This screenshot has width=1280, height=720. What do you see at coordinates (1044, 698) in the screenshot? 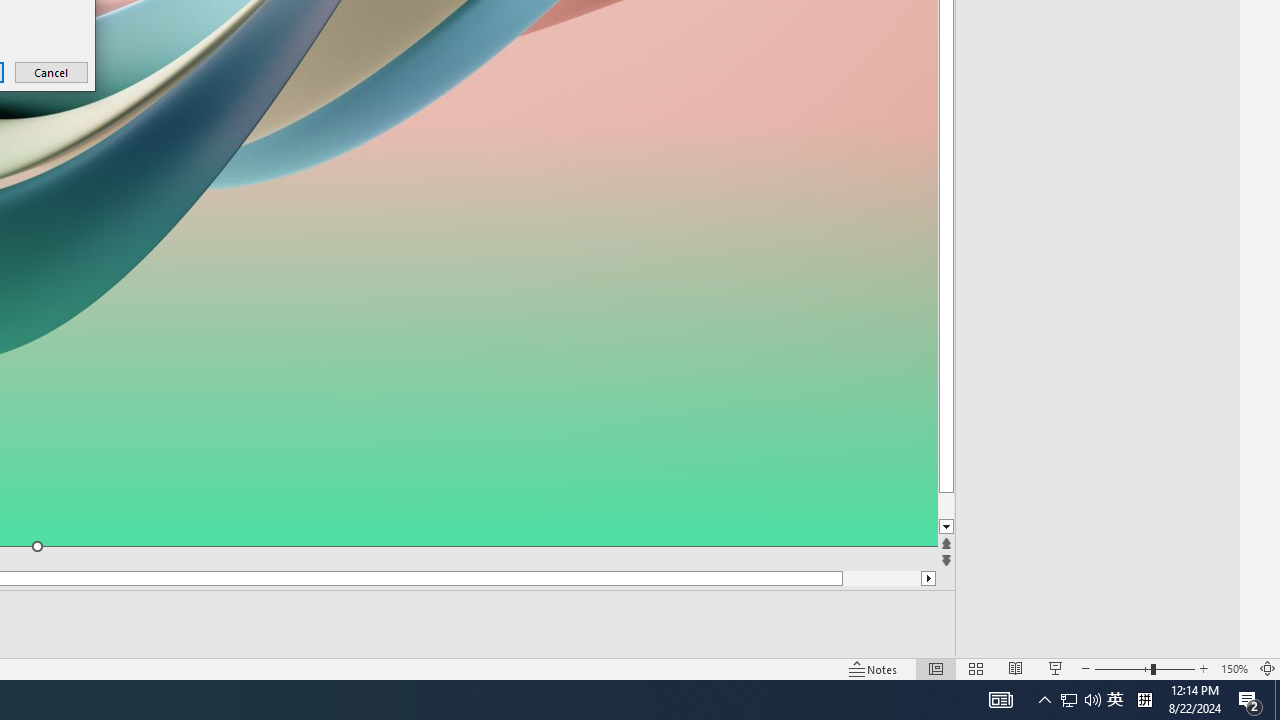
I see `'Notification Chevron'` at bounding box center [1044, 698].